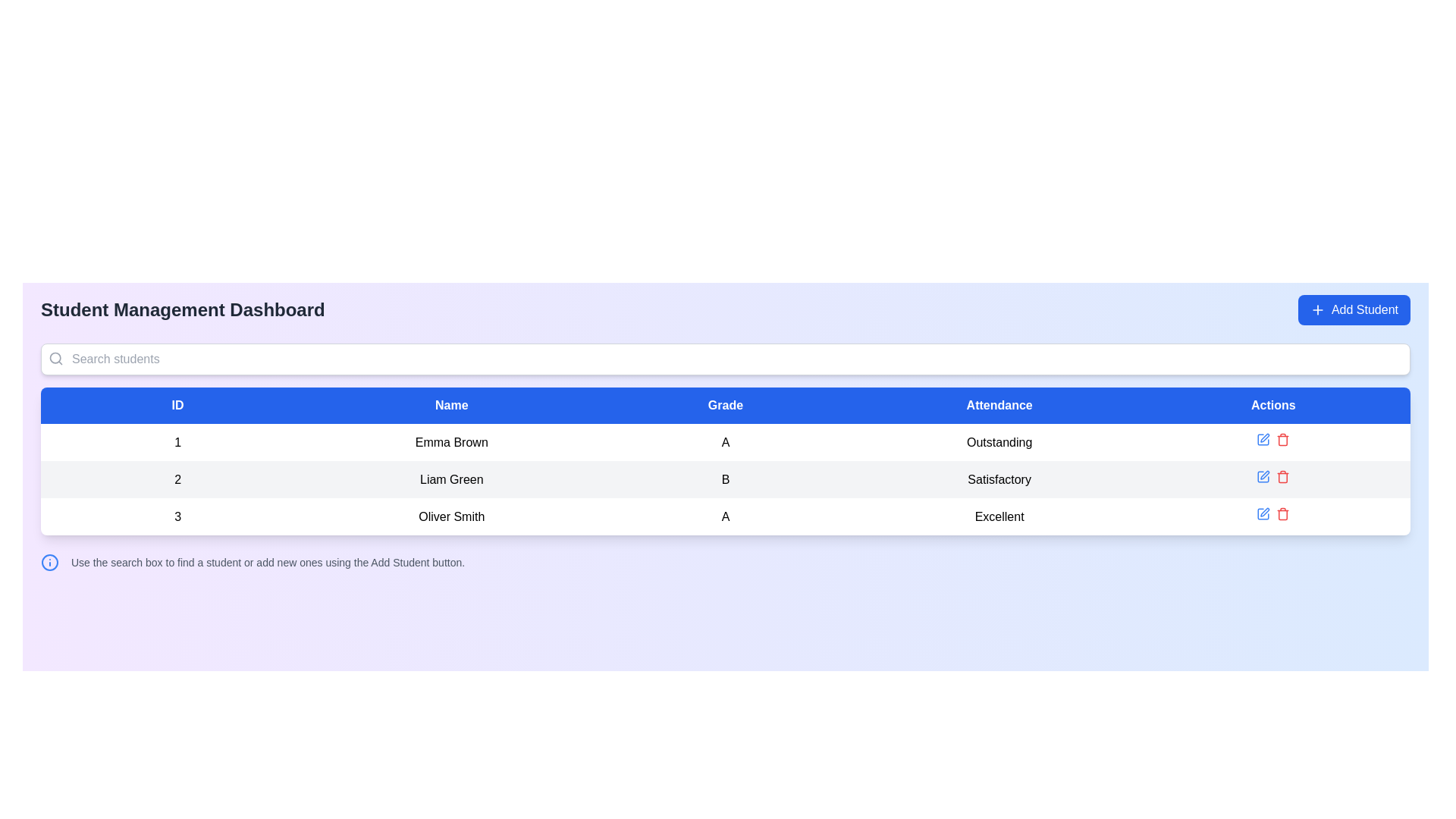 This screenshot has height=819, width=1456. I want to click on the Table Header Cell for the 'Attendance' column, which is the fourth column header from the left, located between 'Grade' and 'Actions', so click(999, 405).